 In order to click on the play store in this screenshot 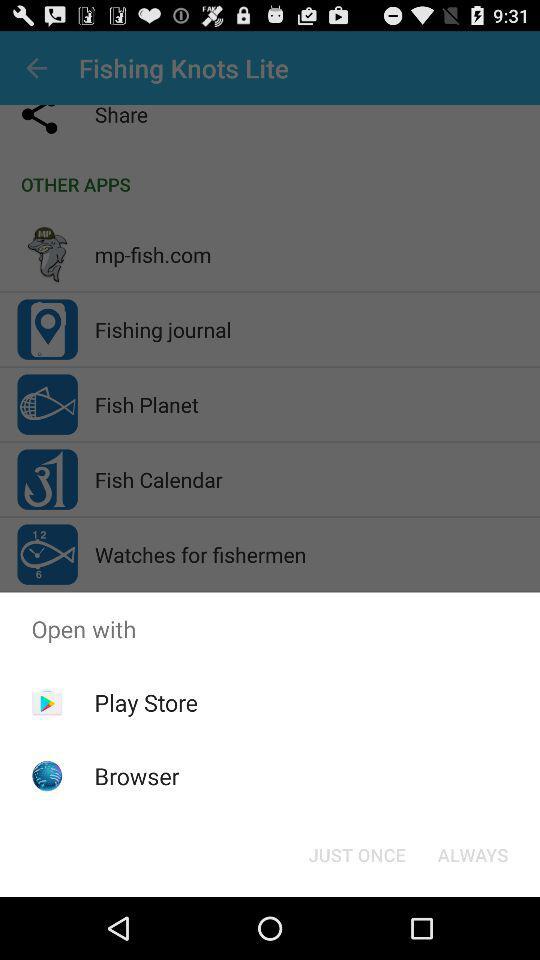, I will do `click(145, 702)`.